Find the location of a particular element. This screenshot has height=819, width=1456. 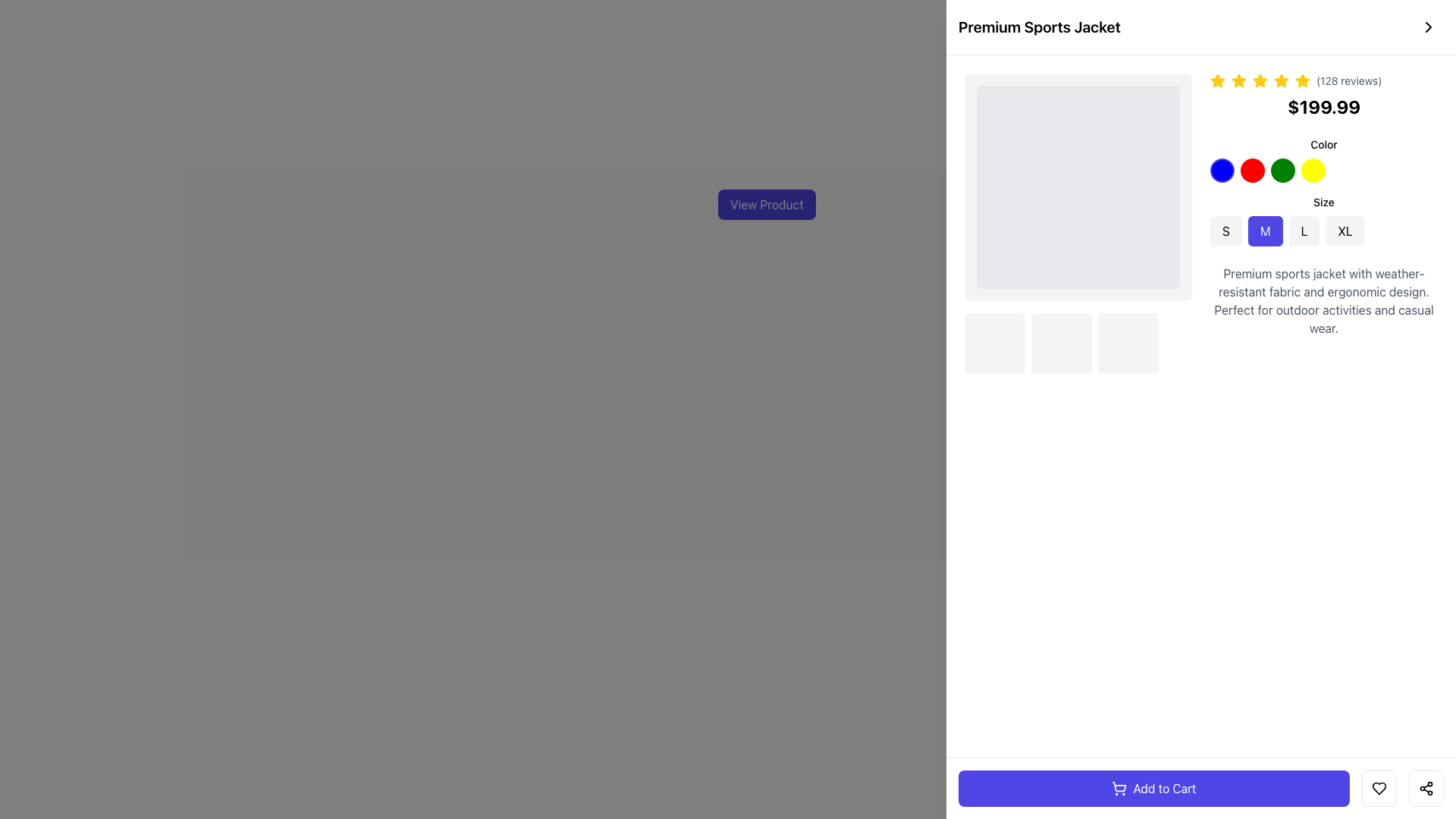

the first interactive thumbnail box with a light gray background and rounded corners, located below the main product image area is located at coordinates (994, 343).